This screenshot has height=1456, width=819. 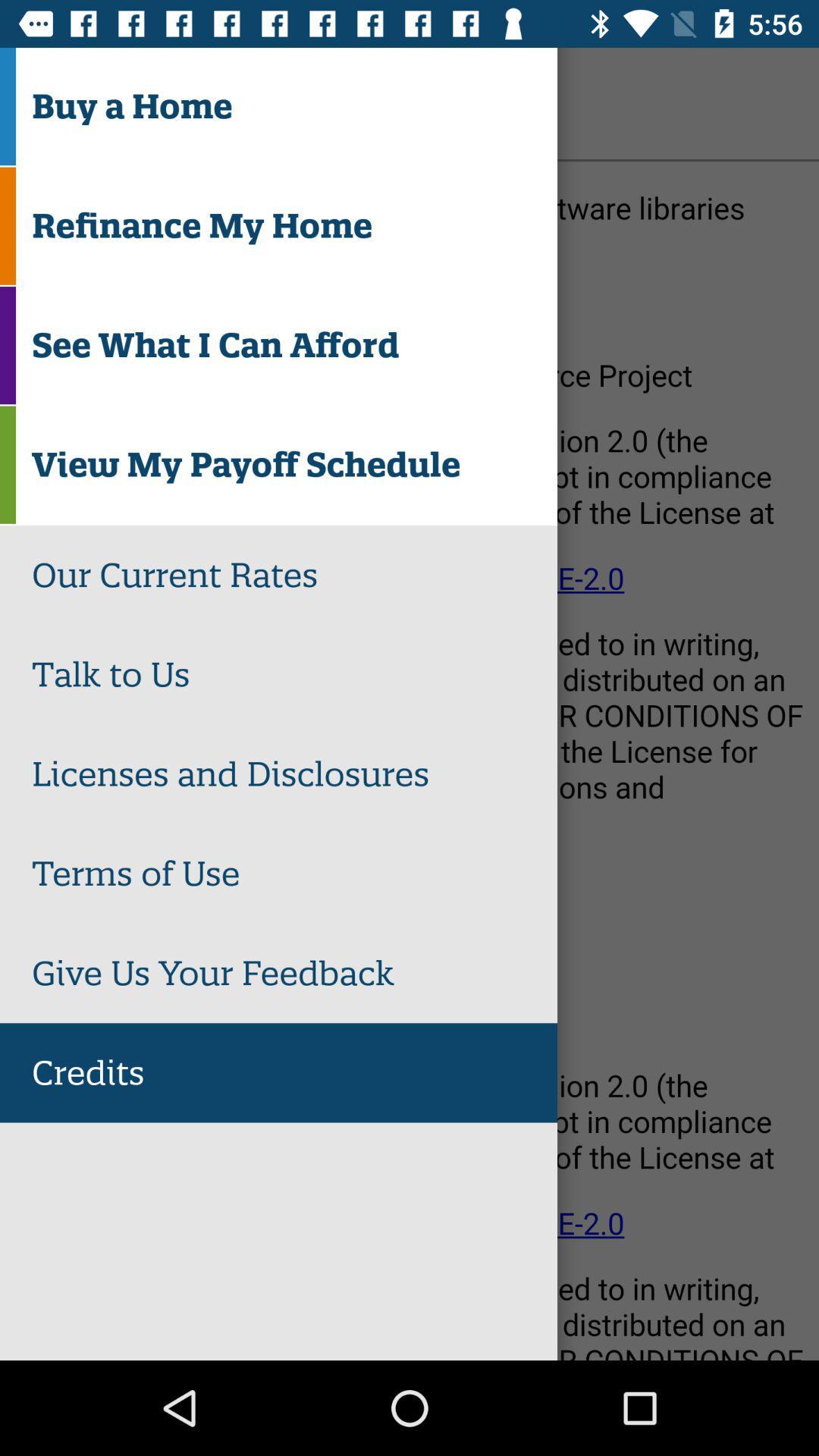 I want to click on terms of use icon, so click(x=294, y=874).